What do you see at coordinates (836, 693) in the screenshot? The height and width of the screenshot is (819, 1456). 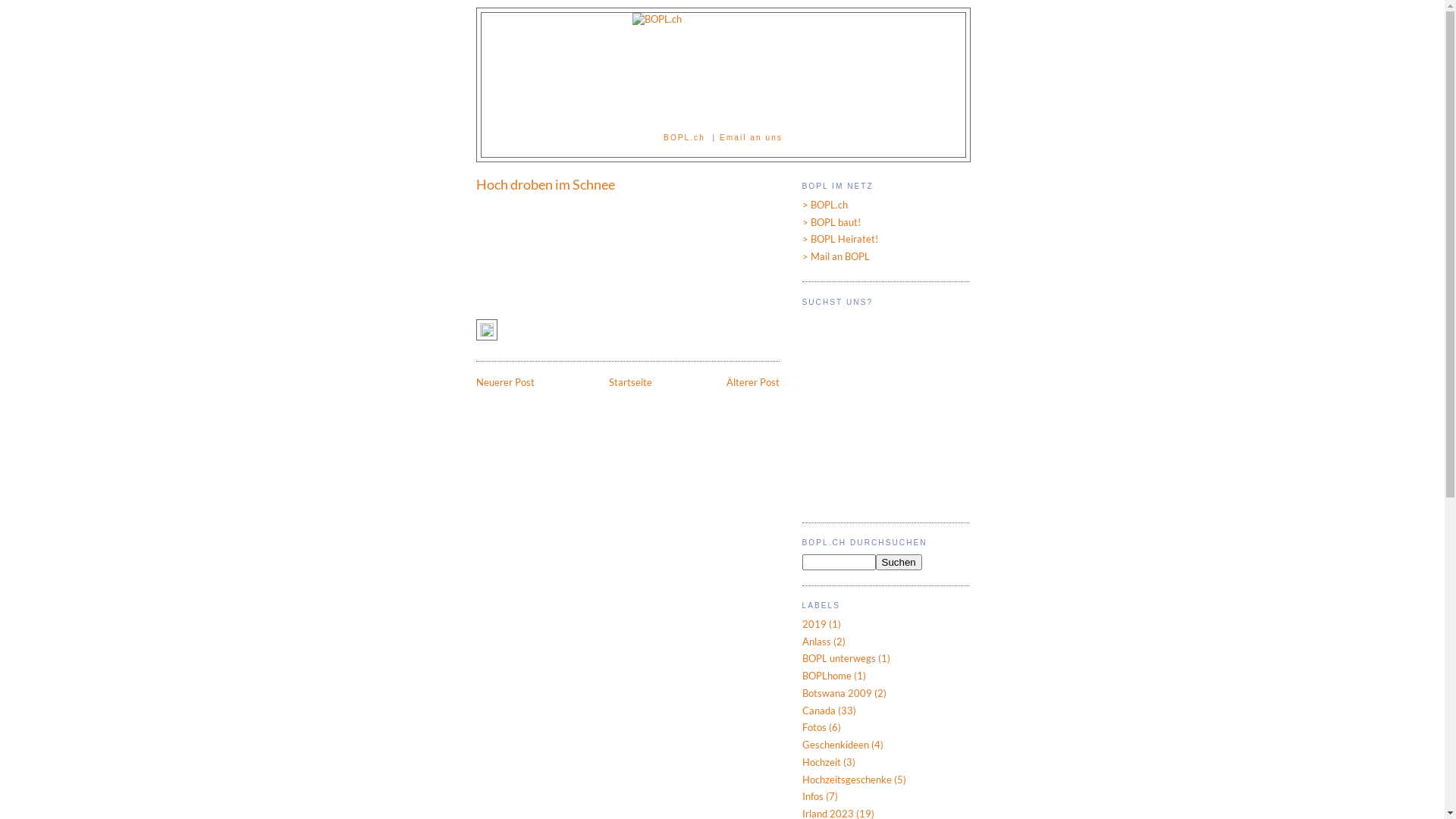 I see `'Botswana 2009'` at bounding box center [836, 693].